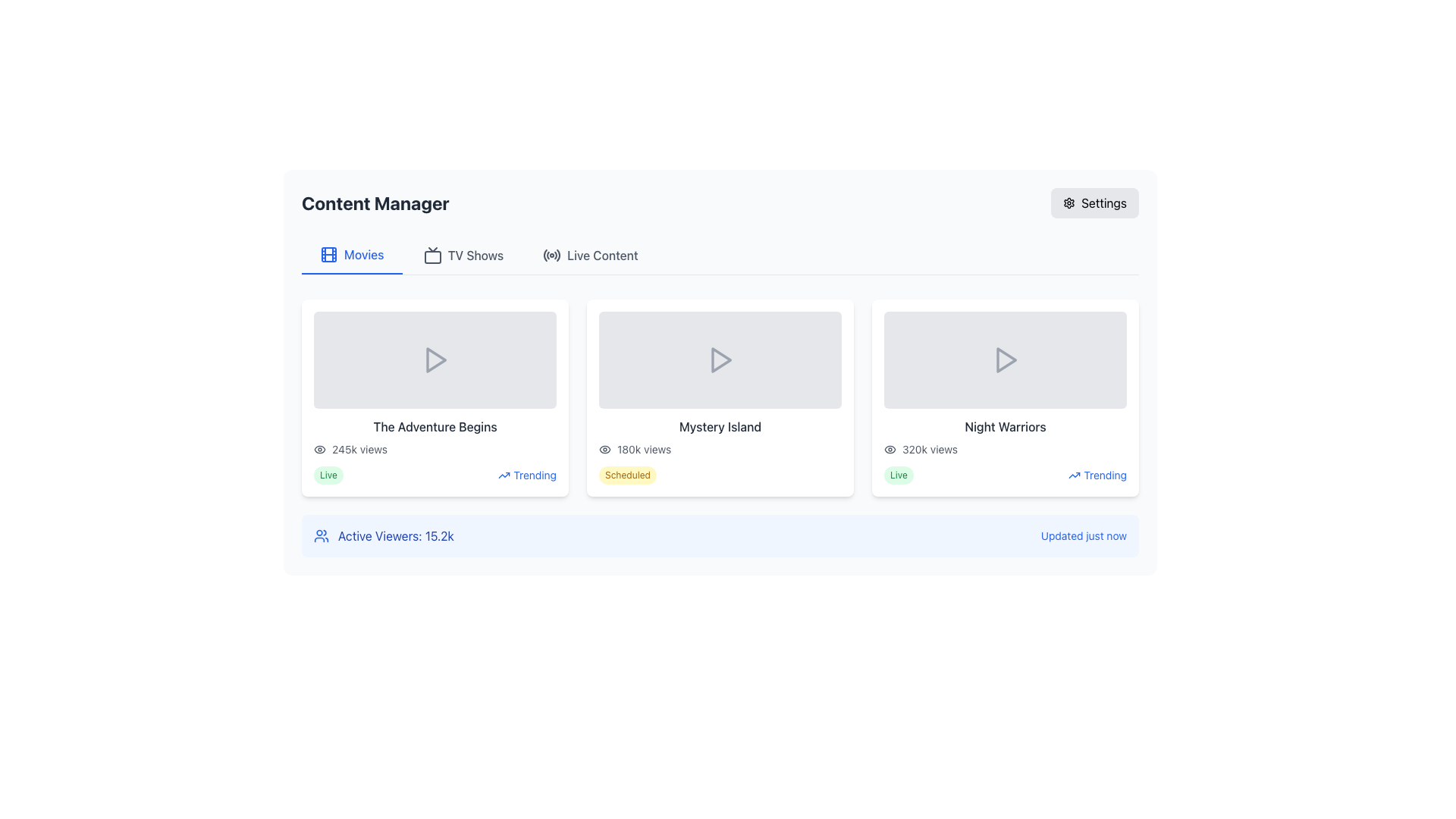 The image size is (1456, 819). I want to click on the 'Live Content' button with radio signal waves icon, so click(589, 254).